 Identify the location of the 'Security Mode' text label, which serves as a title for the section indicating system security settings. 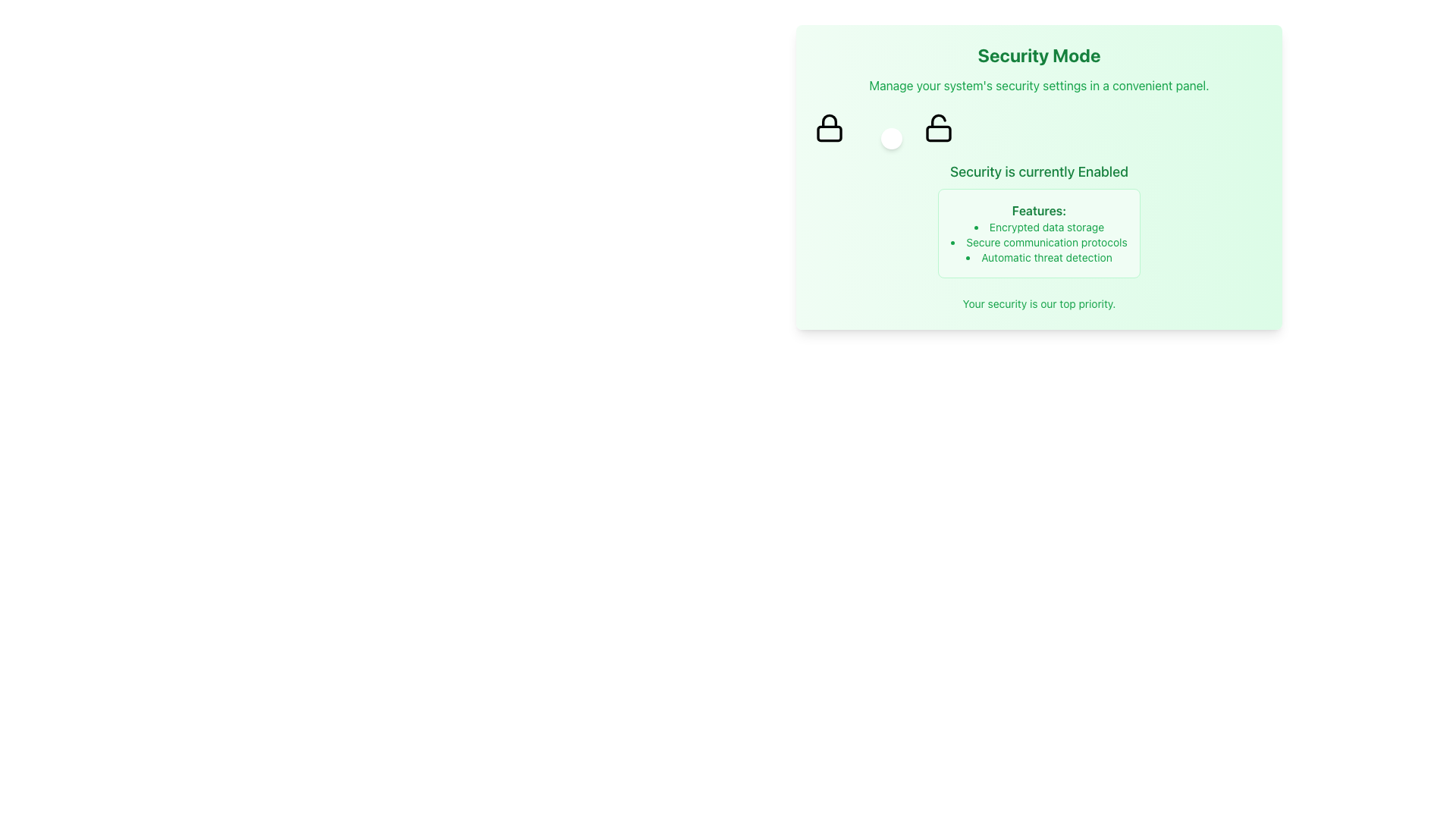
(1038, 55).